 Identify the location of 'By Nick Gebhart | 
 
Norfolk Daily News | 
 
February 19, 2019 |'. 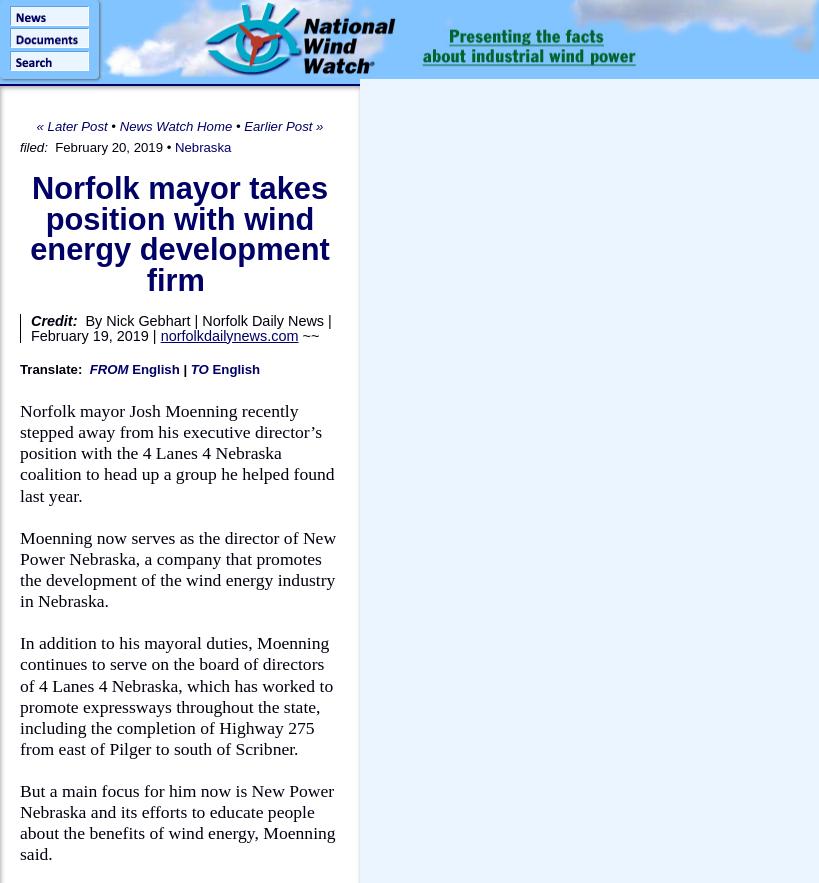
(180, 327).